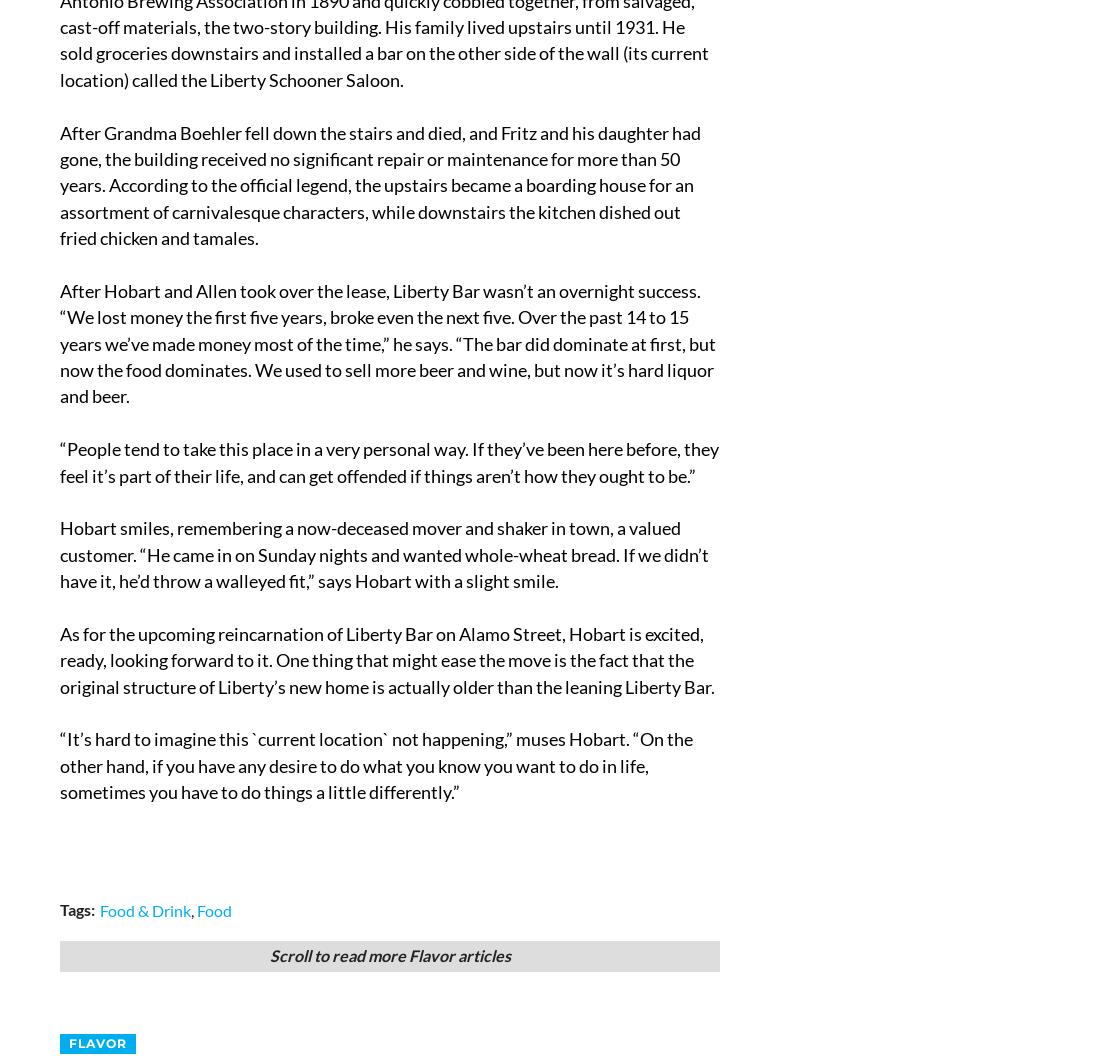 This screenshot has height=1059, width=1100. What do you see at coordinates (376, 764) in the screenshot?
I see `'“It’s hard to imagine this `current location` not happening,” muses Hobart. “On the other hand, if you have any desire to do what you know you want to do in life, sometimes you have to do things a little differently.”'` at bounding box center [376, 764].